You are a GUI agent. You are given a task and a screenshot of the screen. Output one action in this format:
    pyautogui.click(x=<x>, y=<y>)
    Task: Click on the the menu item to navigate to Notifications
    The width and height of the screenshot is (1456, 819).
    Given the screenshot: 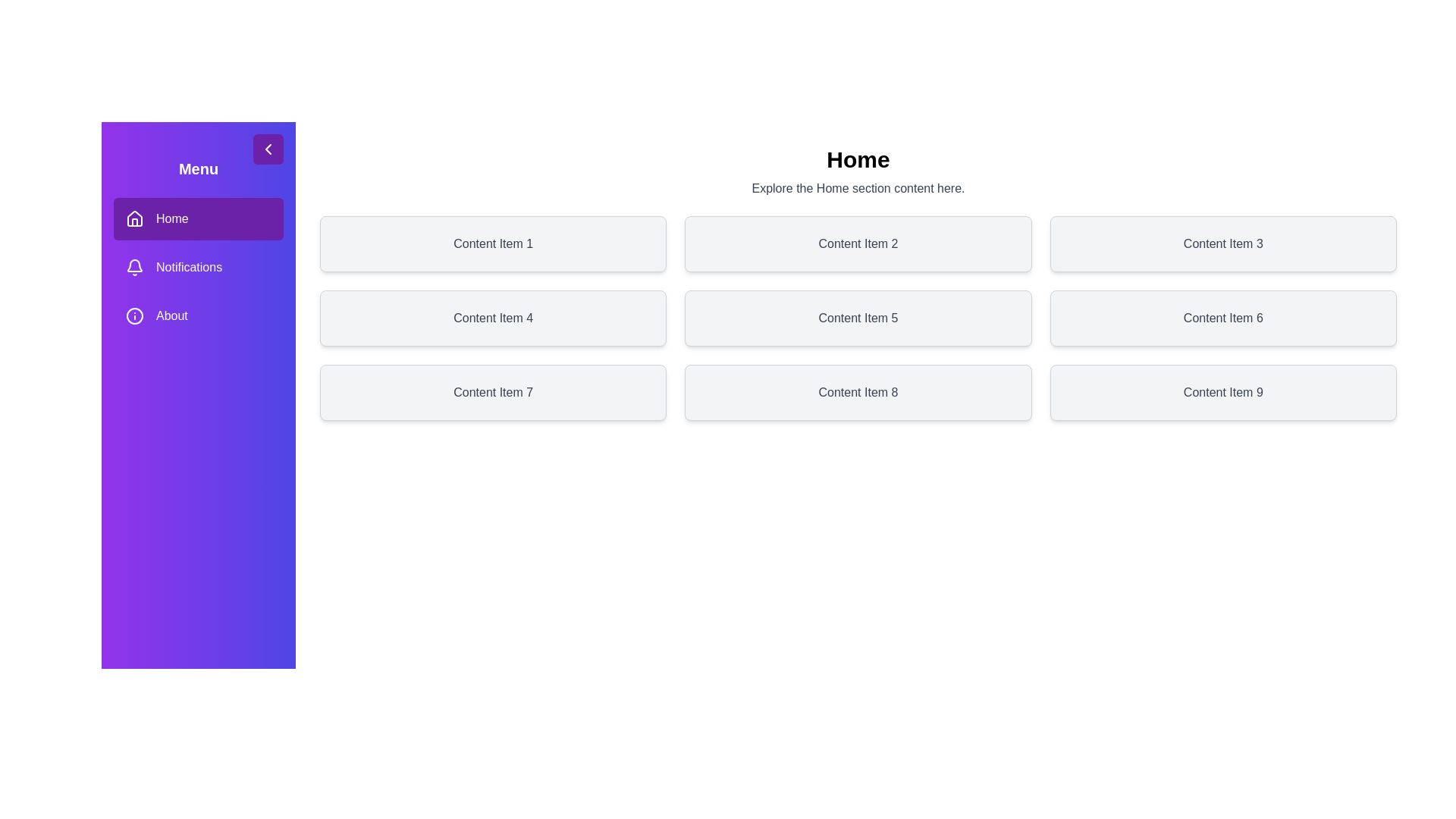 What is the action you would take?
    pyautogui.click(x=198, y=267)
    